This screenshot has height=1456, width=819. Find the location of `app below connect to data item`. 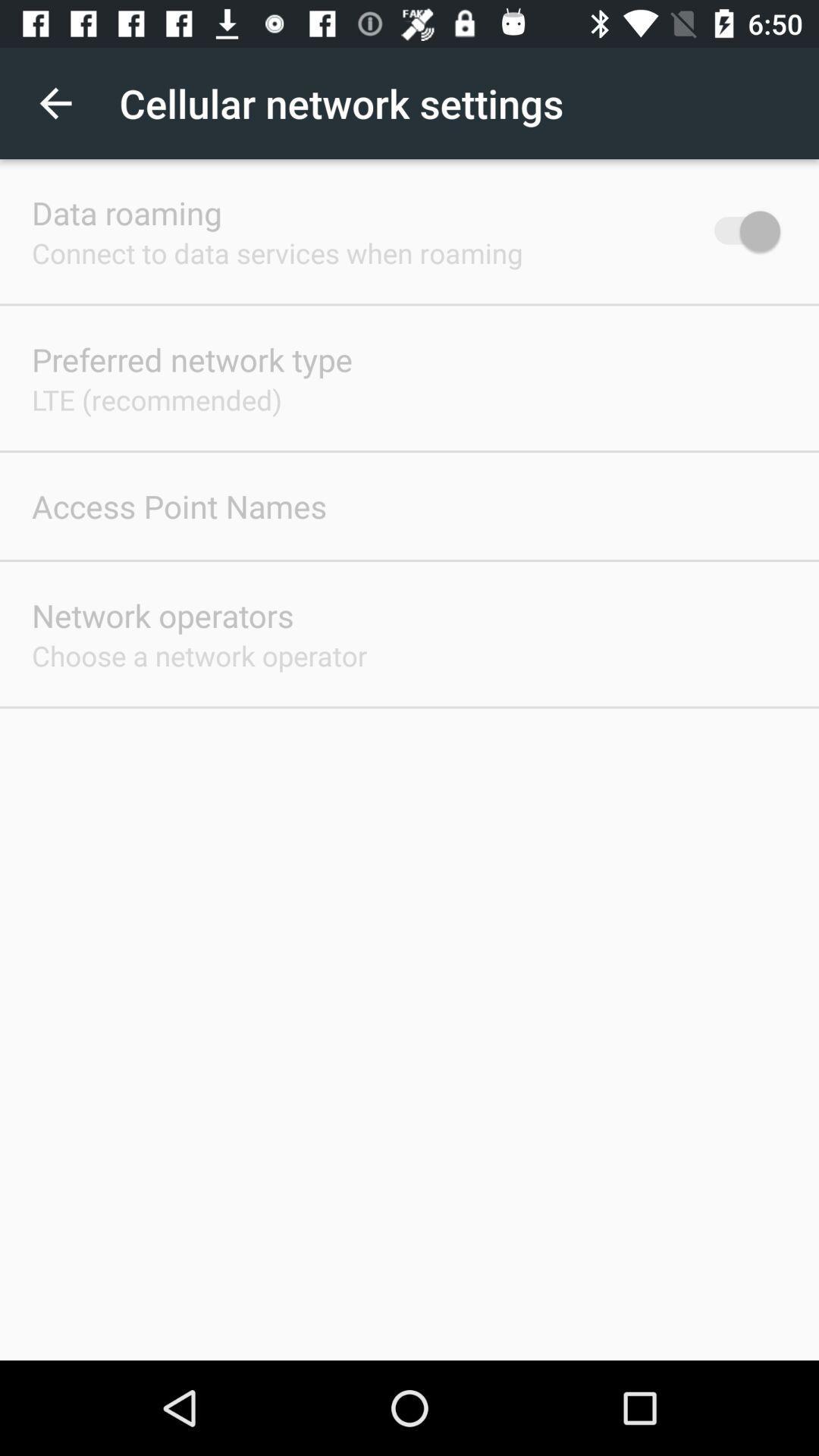

app below connect to data item is located at coordinates (191, 359).